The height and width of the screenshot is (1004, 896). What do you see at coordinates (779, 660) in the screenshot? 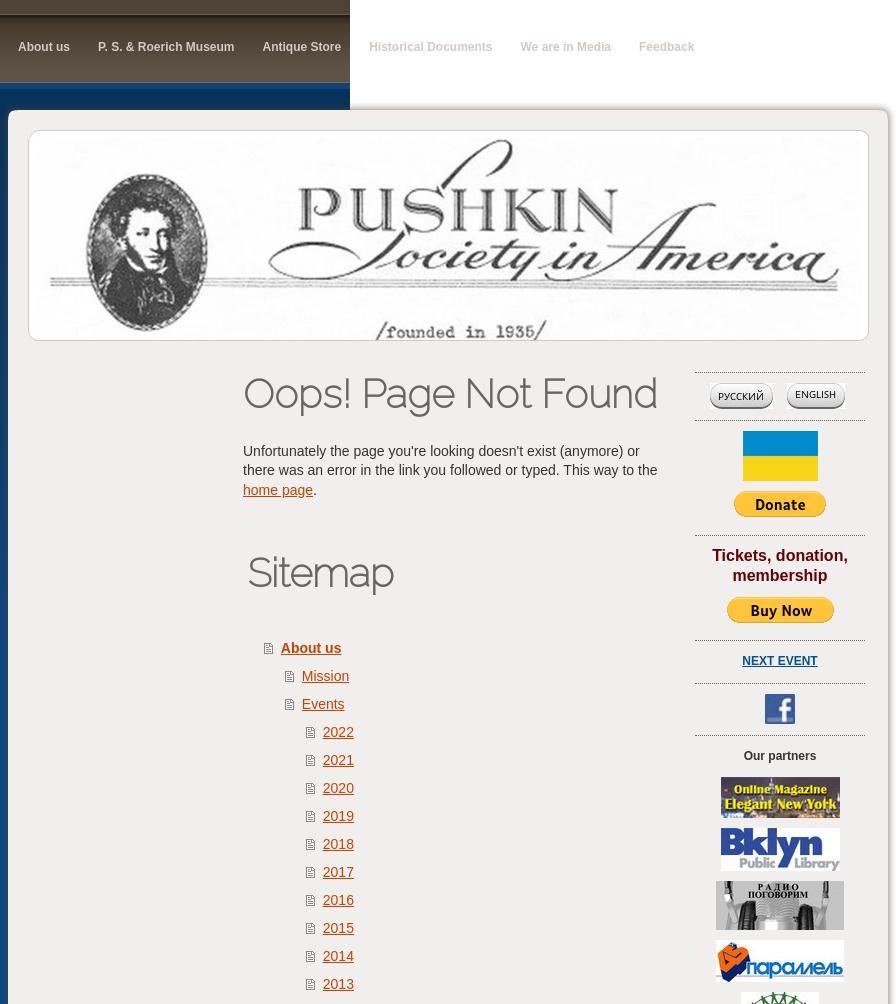
I see `'NEXT EVENT'` at bounding box center [779, 660].